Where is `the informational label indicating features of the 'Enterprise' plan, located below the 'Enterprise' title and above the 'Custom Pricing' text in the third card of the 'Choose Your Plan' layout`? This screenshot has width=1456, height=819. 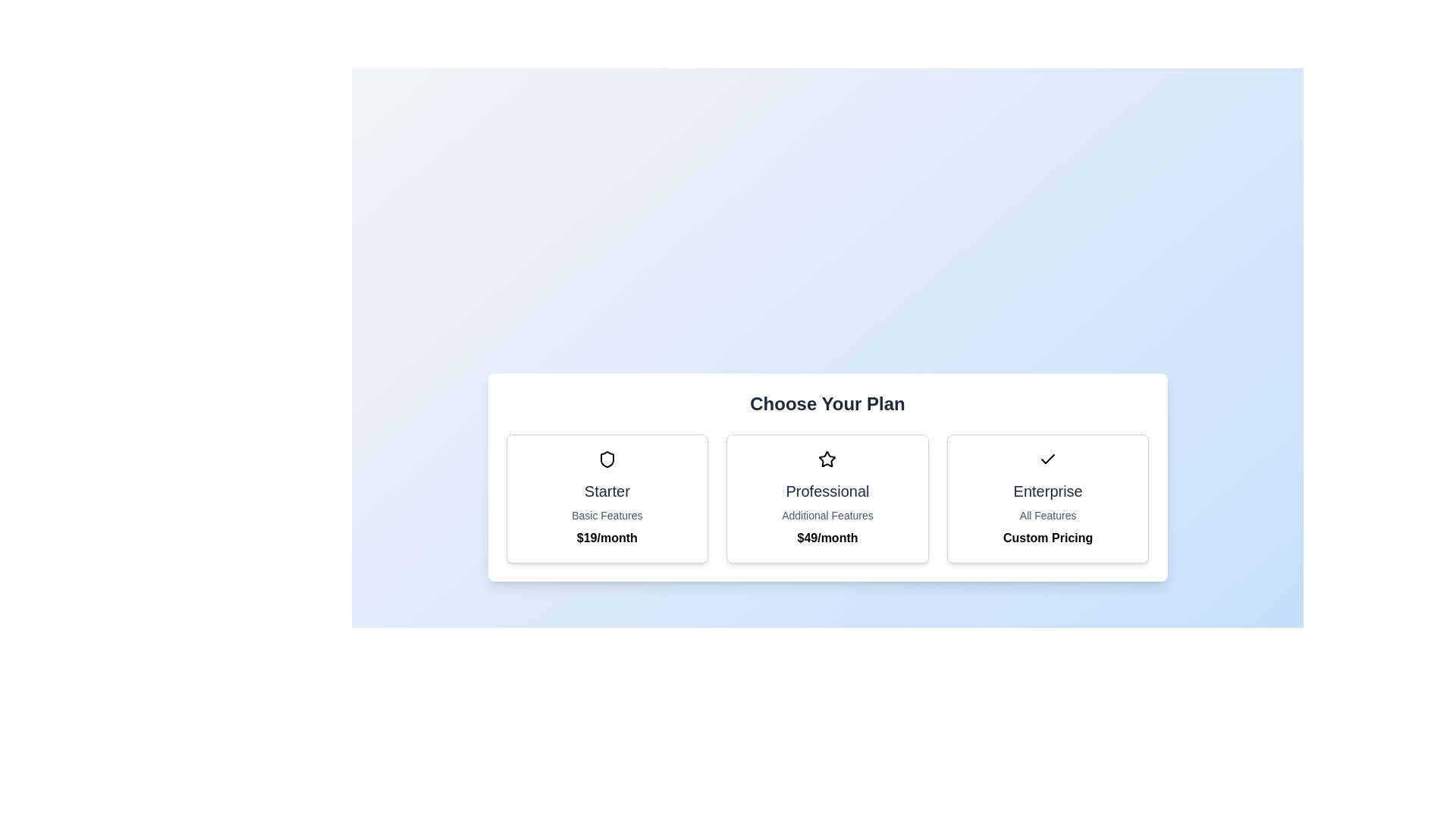
the informational label indicating features of the 'Enterprise' plan, located below the 'Enterprise' title and above the 'Custom Pricing' text in the third card of the 'Choose Your Plan' layout is located at coordinates (1047, 514).